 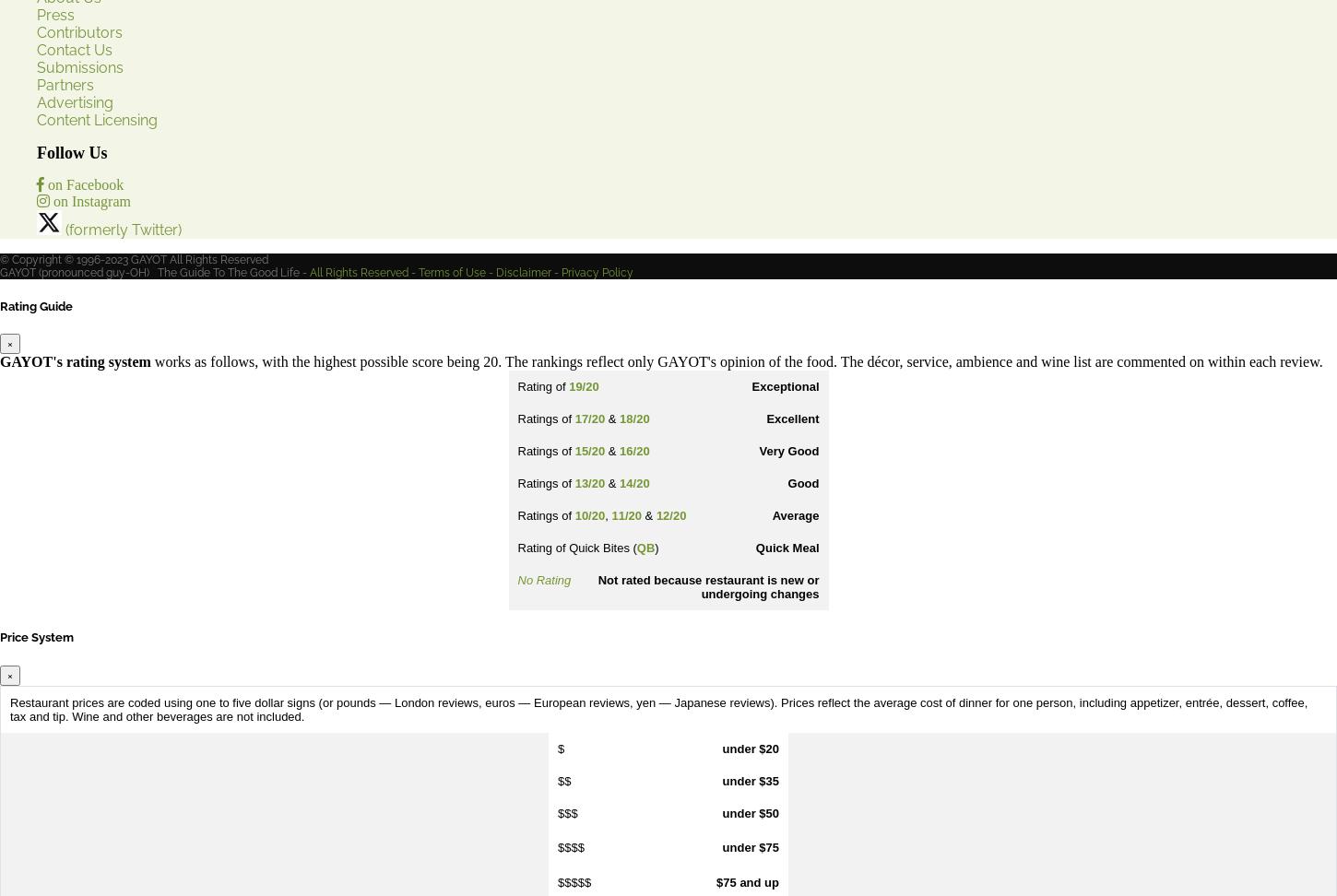 I want to click on 'Reserve a Table', so click(x=37, y=590).